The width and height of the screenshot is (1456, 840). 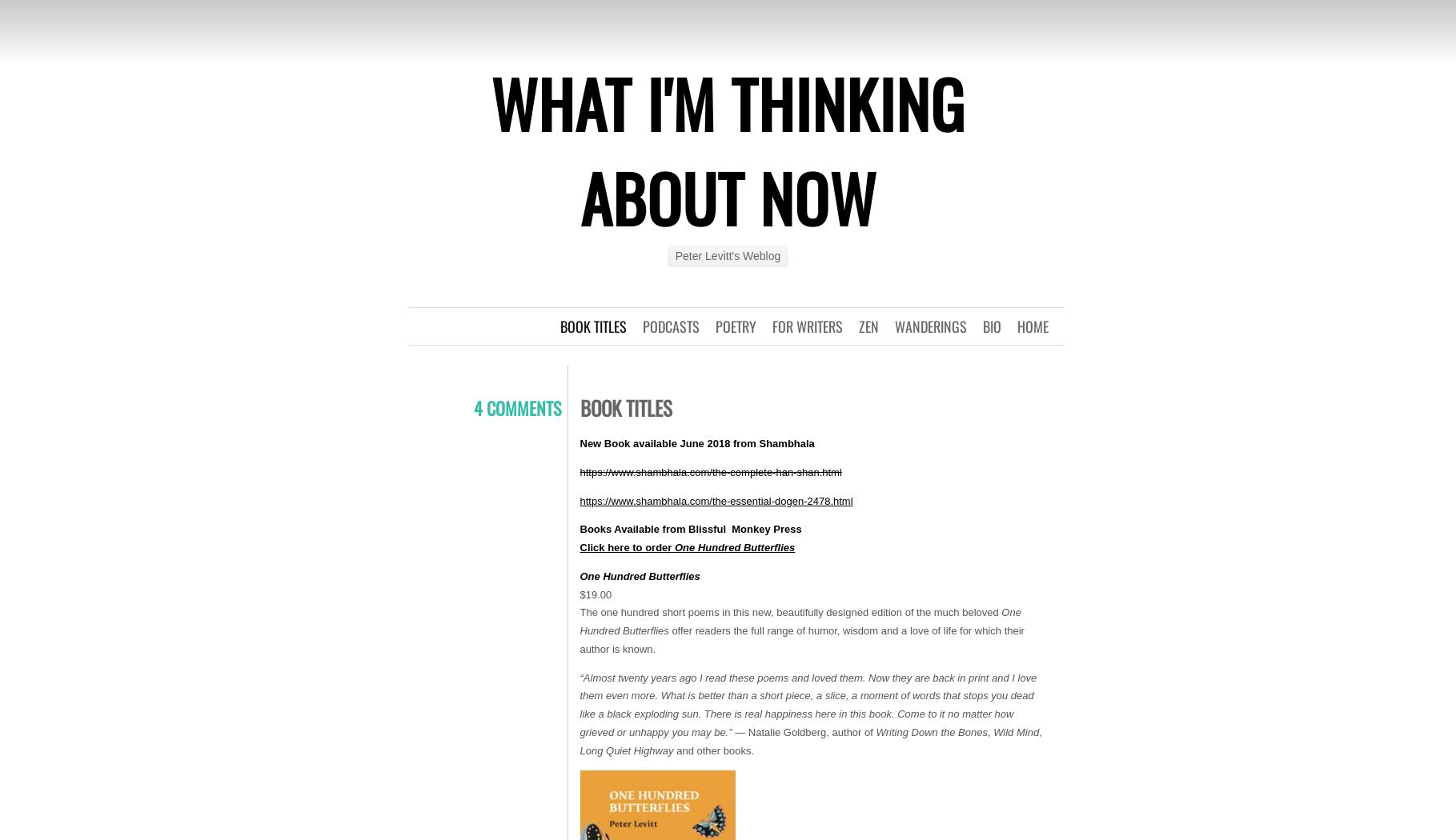 What do you see at coordinates (867, 326) in the screenshot?
I see `'Zen'` at bounding box center [867, 326].